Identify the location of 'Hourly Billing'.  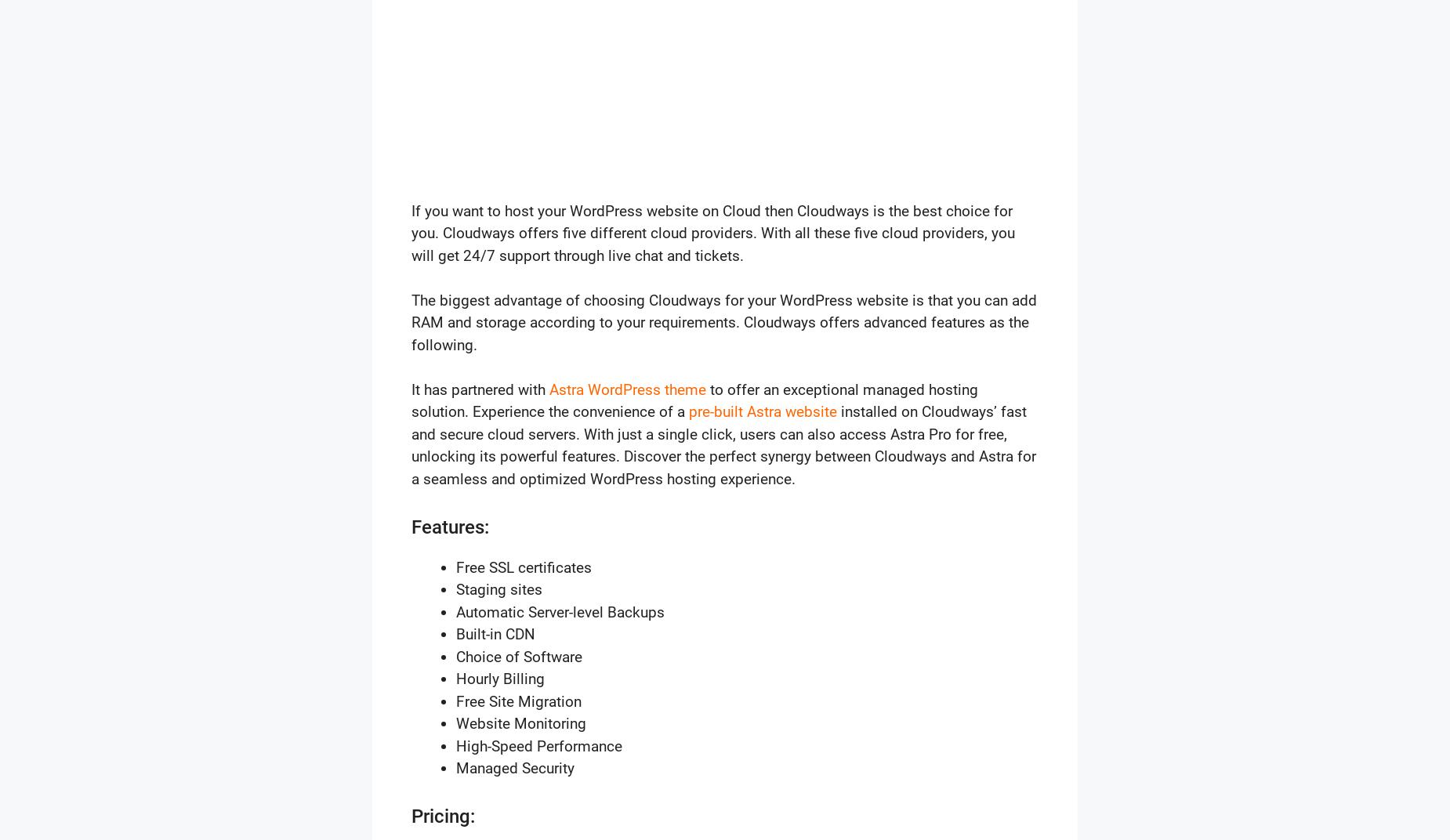
(456, 678).